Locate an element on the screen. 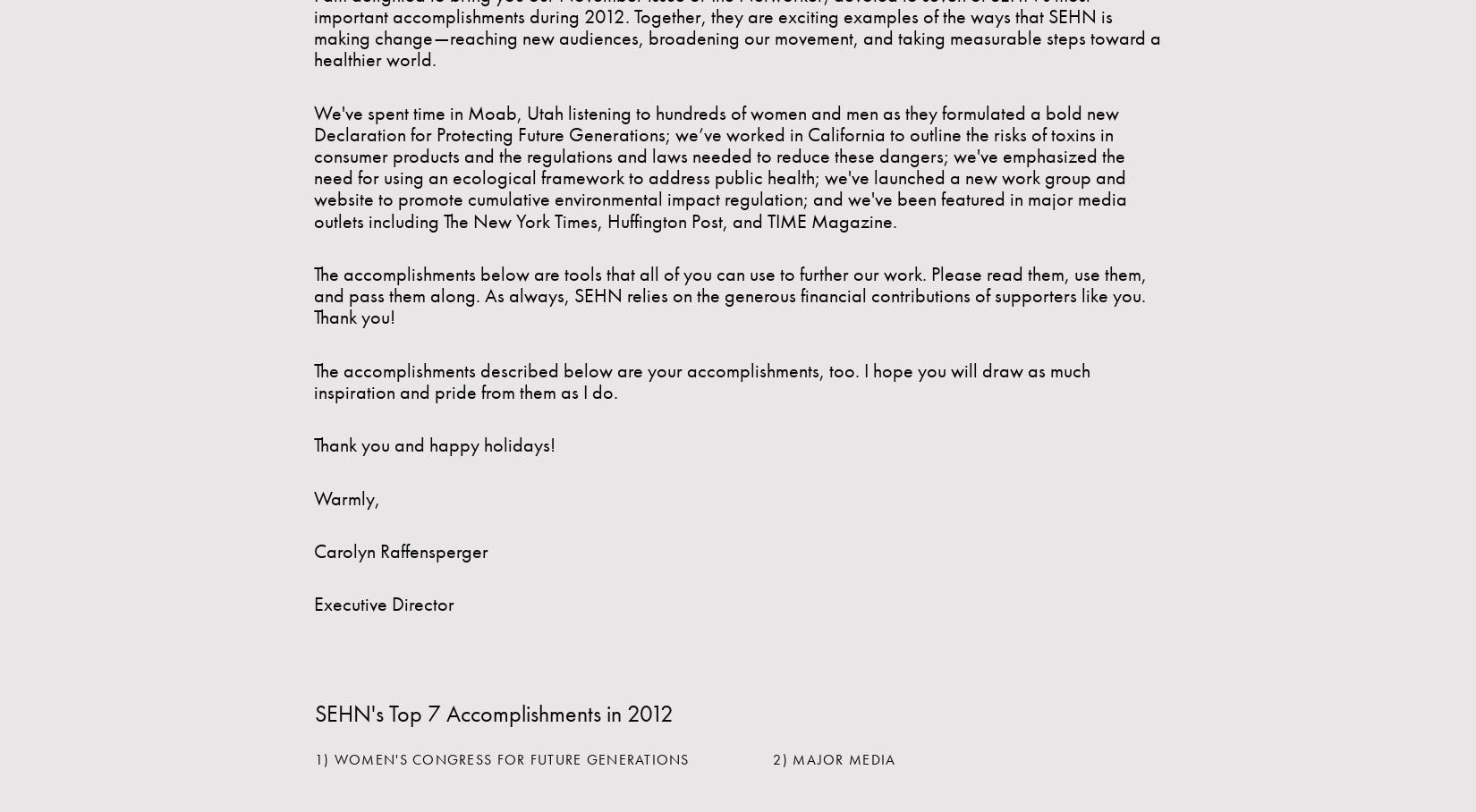 Image resolution: width=1476 pixels, height=812 pixels. 'Carolyn Raffensperger' is located at coordinates (400, 550).